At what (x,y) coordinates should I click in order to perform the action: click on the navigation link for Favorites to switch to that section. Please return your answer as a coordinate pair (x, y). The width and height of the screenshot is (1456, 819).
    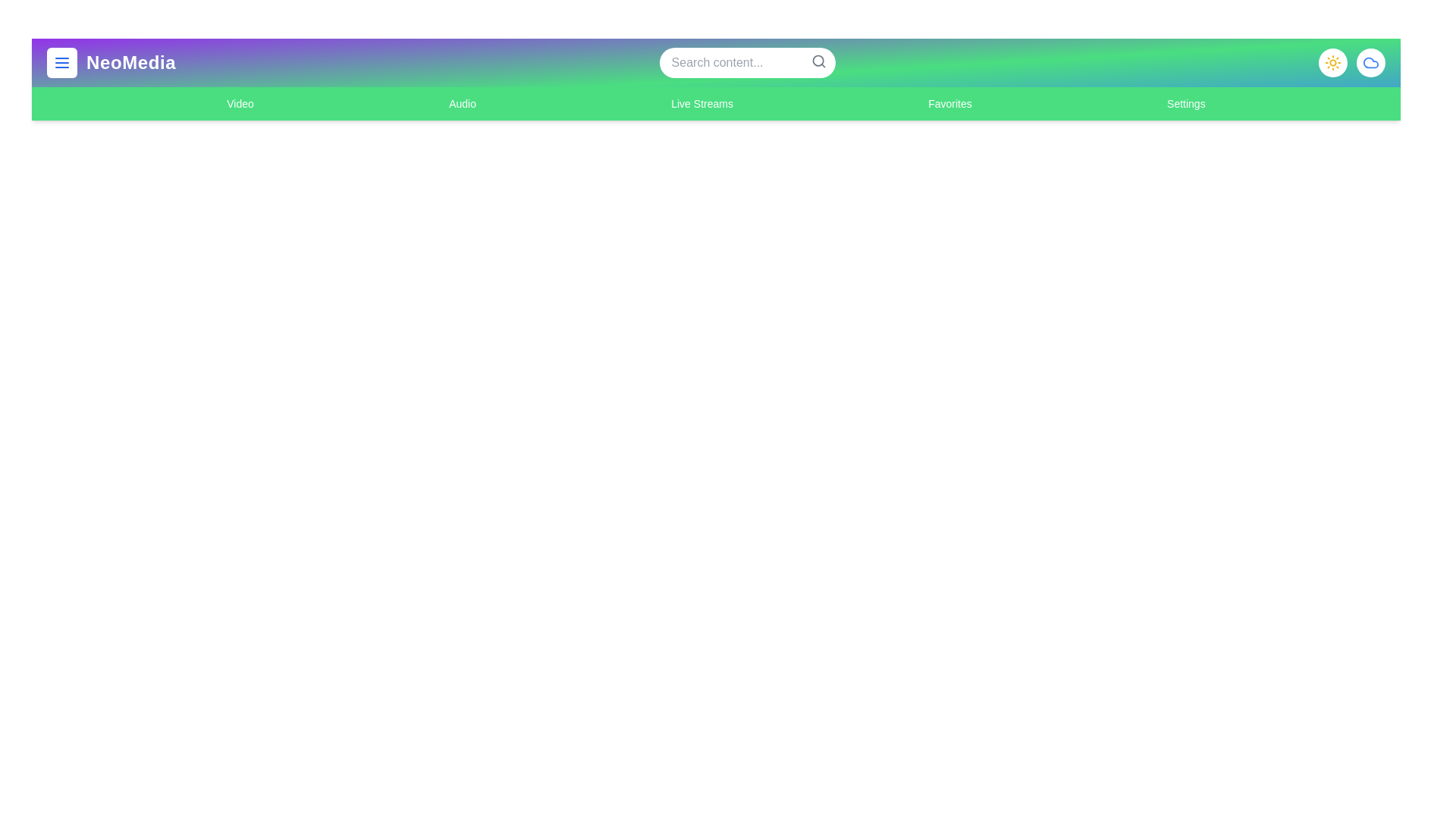
    Looking at the image, I should click on (949, 103).